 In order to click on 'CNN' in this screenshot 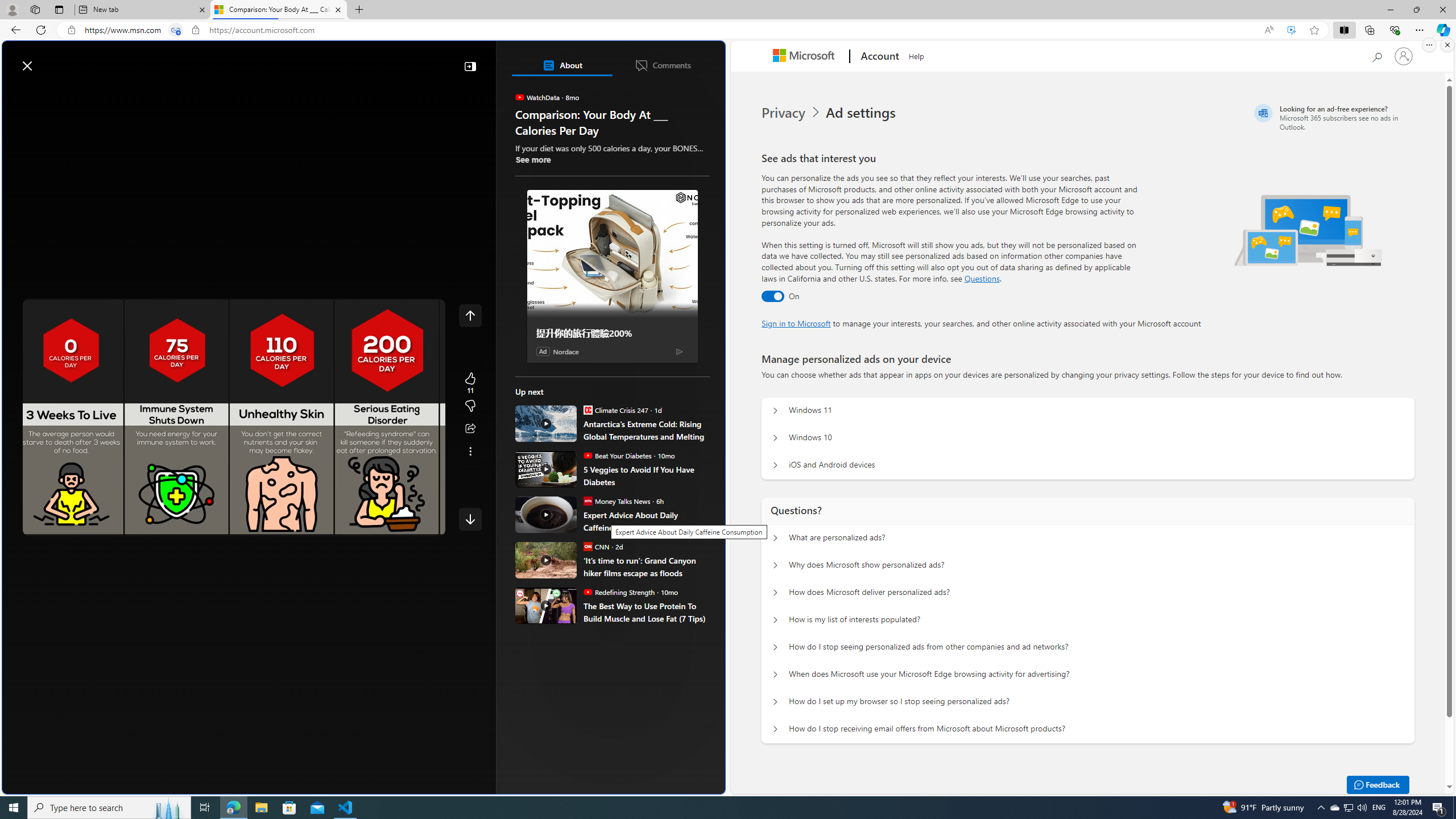, I will do `click(586, 546)`.